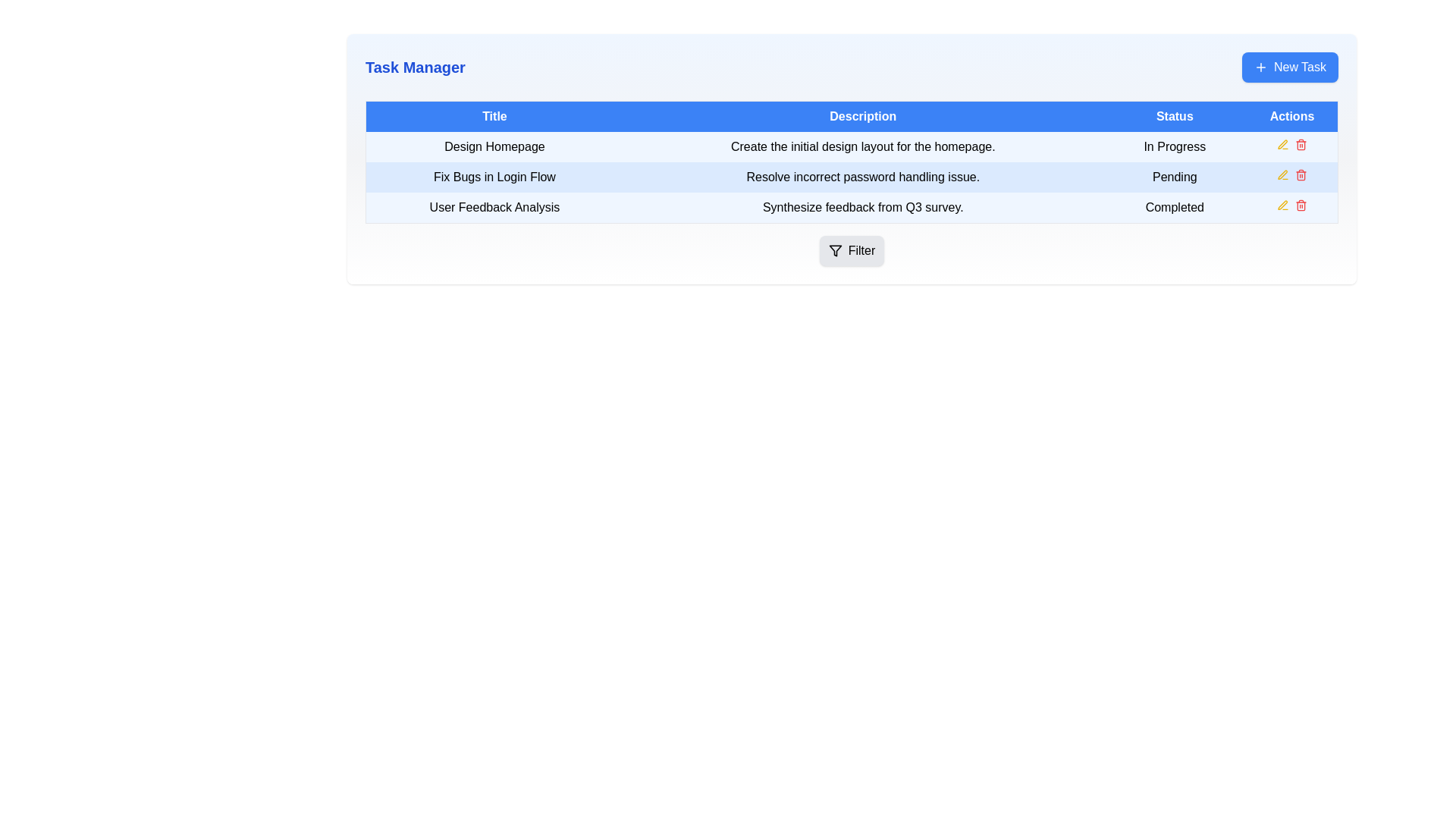 The height and width of the screenshot is (819, 1456). Describe the element at coordinates (1260, 66) in the screenshot. I see `the '+' icon located on the top-right corner of the interface within the 'New Task' button to trigger tooltips or visual feedback` at that location.